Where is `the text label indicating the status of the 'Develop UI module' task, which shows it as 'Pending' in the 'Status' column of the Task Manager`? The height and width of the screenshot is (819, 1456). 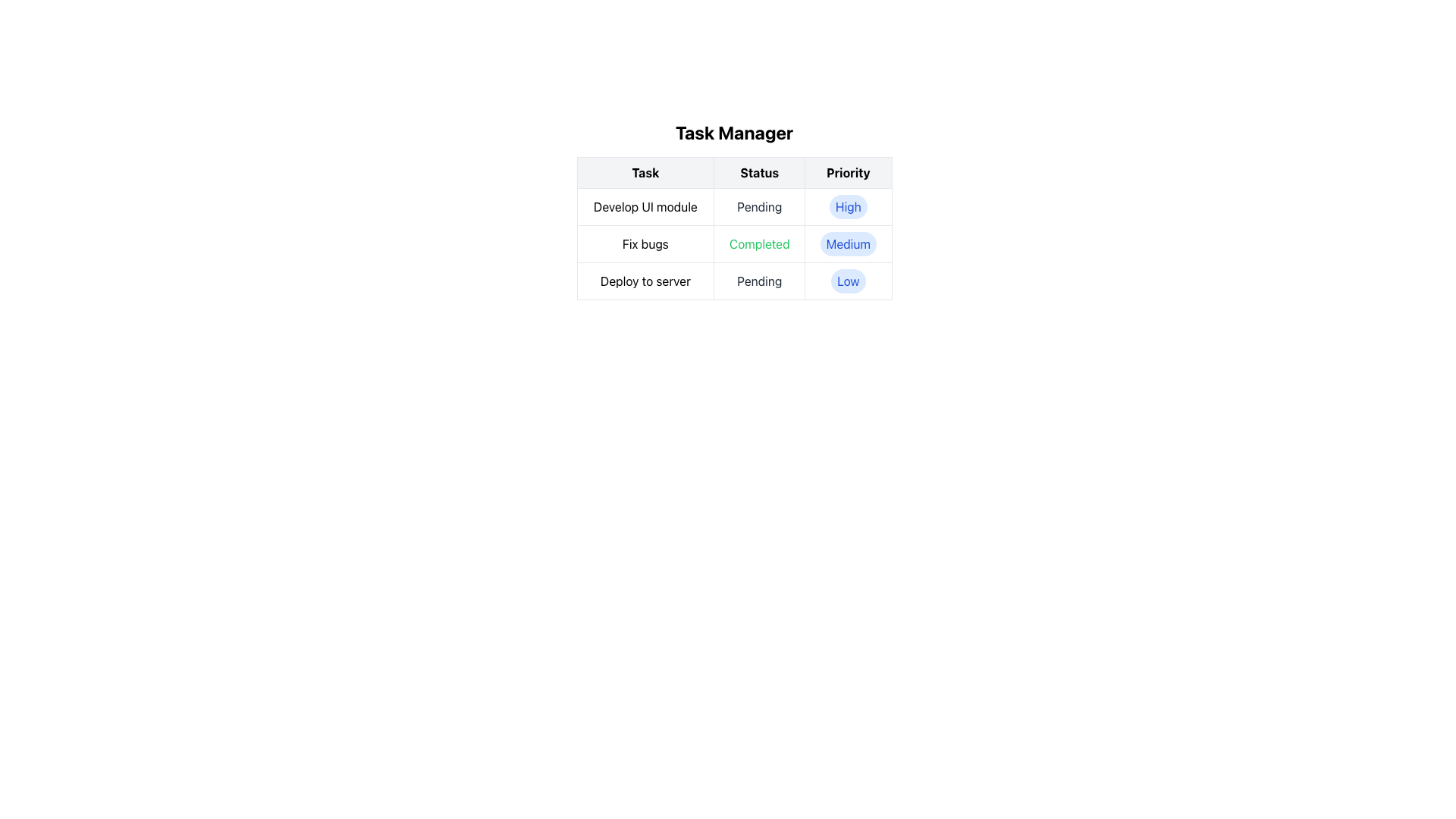
the text label indicating the status of the 'Develop UI module' task, which shows it as 'Pending' in the 'Status' column of the Task Manager is located at coordinates (759, 207).